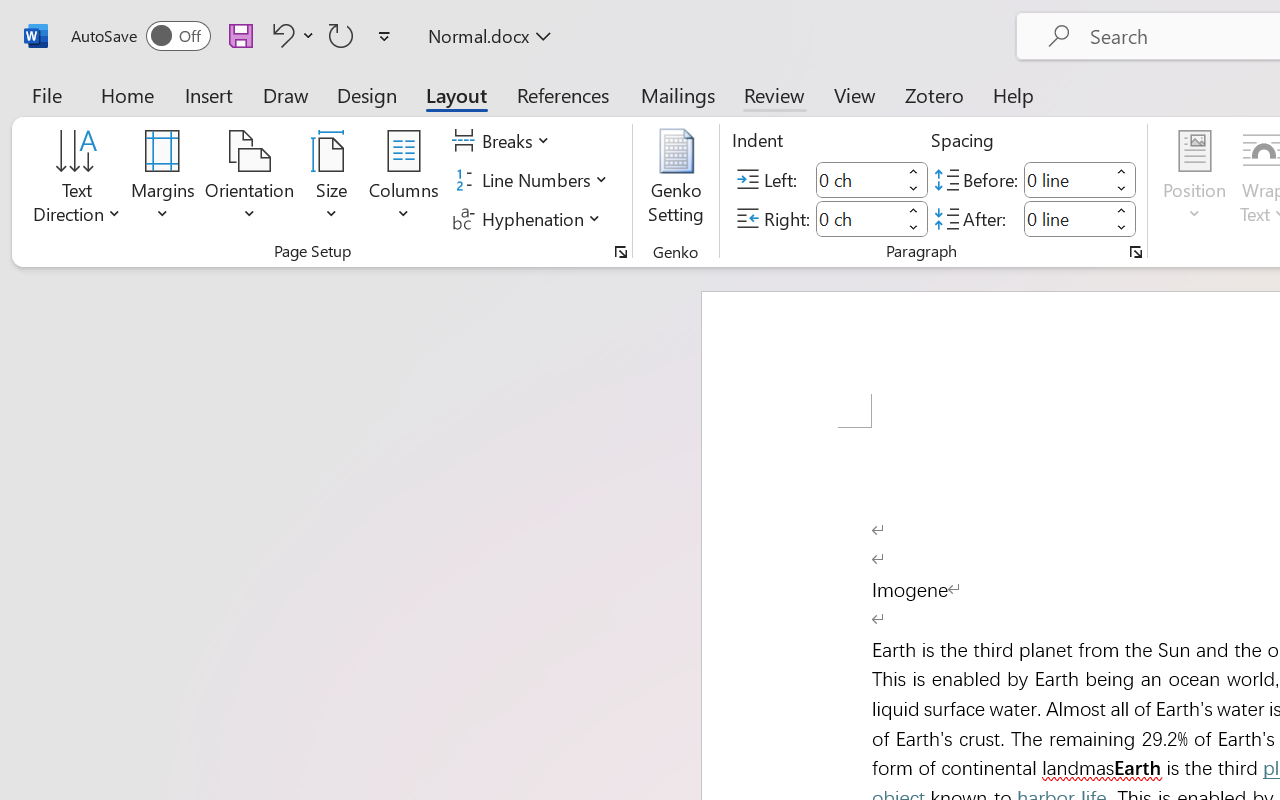  What do you see at coordinates (858, 178) in the screenshot?
I see `'Indent Left'` at bounding box center [858, 178].